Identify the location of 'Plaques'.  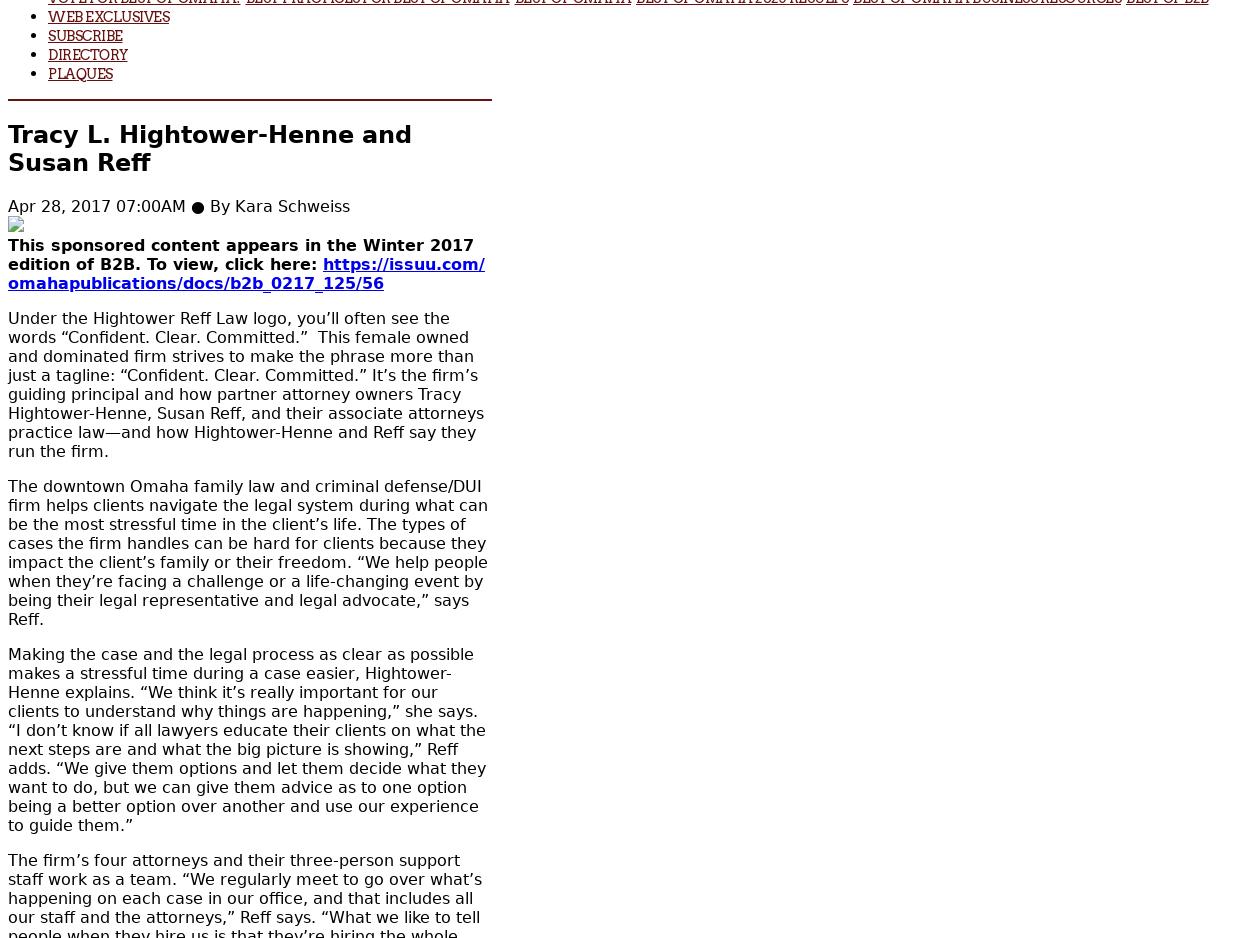
(80, 72).